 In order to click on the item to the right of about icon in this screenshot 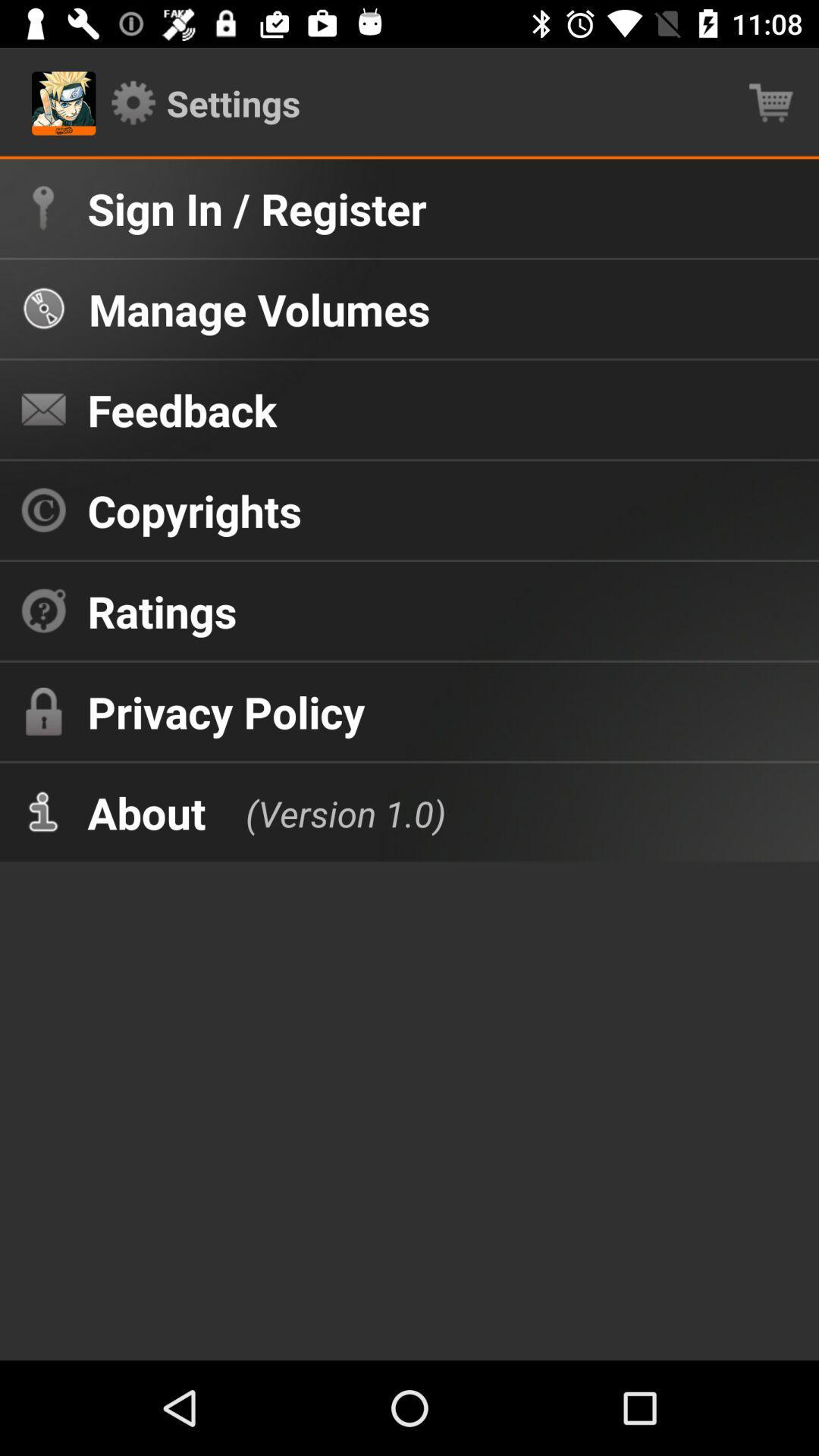, I will do `click(329, 811)`.